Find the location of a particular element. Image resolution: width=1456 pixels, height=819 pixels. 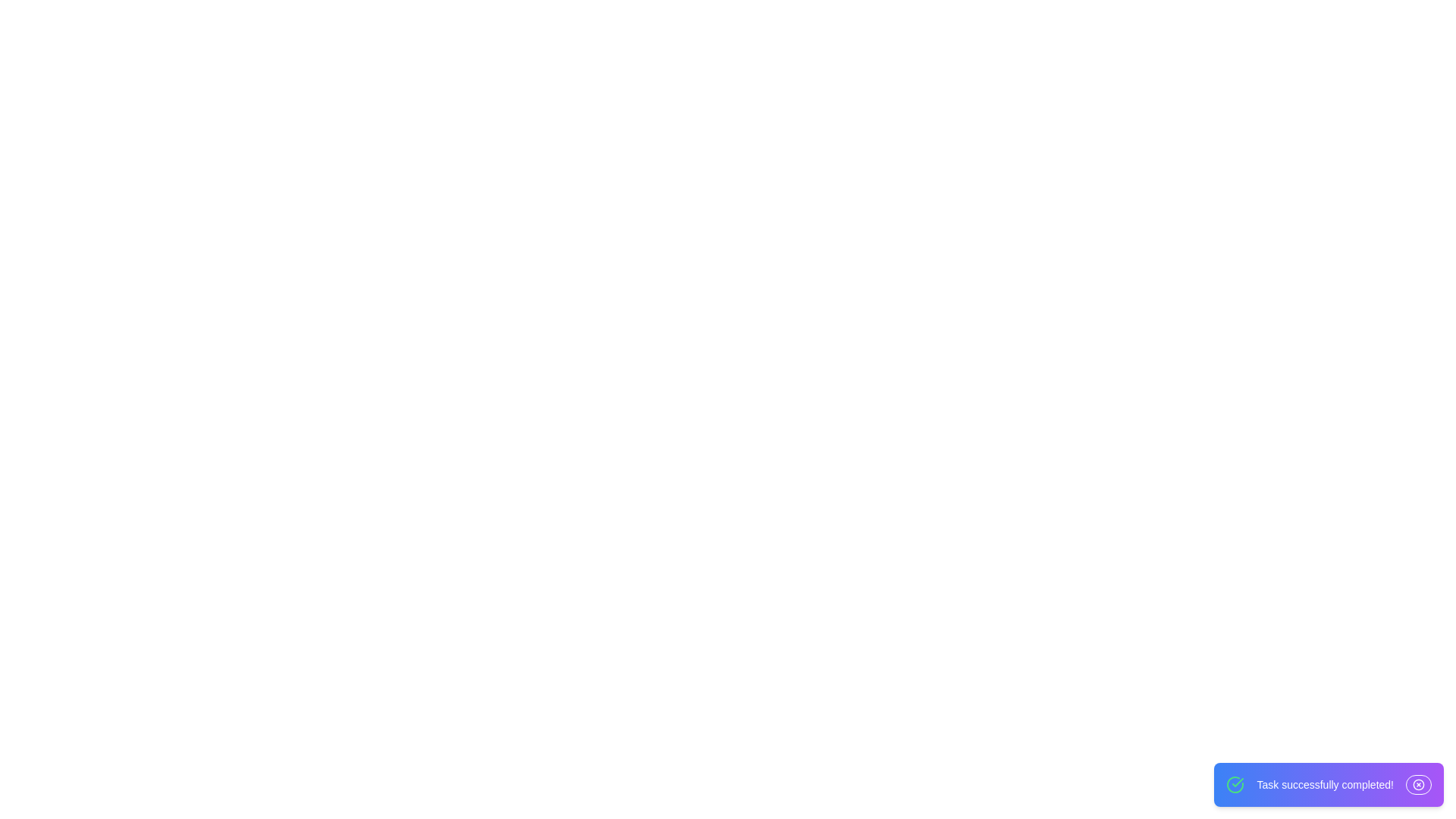

the small circular close button with a white border and an 'x' icon is located at coordinates (1418, 784).